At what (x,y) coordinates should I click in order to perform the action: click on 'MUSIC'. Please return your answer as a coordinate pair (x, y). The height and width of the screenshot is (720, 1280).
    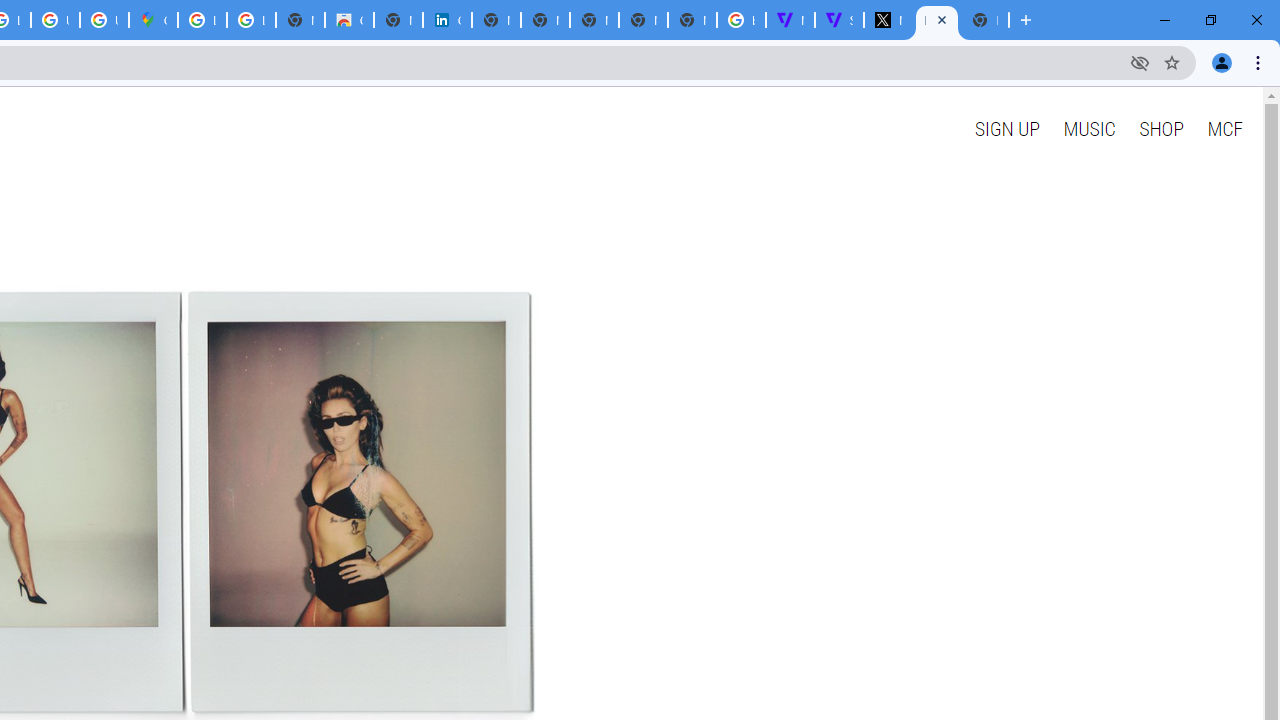
    Looking at the image, I should click on (1088, 128).